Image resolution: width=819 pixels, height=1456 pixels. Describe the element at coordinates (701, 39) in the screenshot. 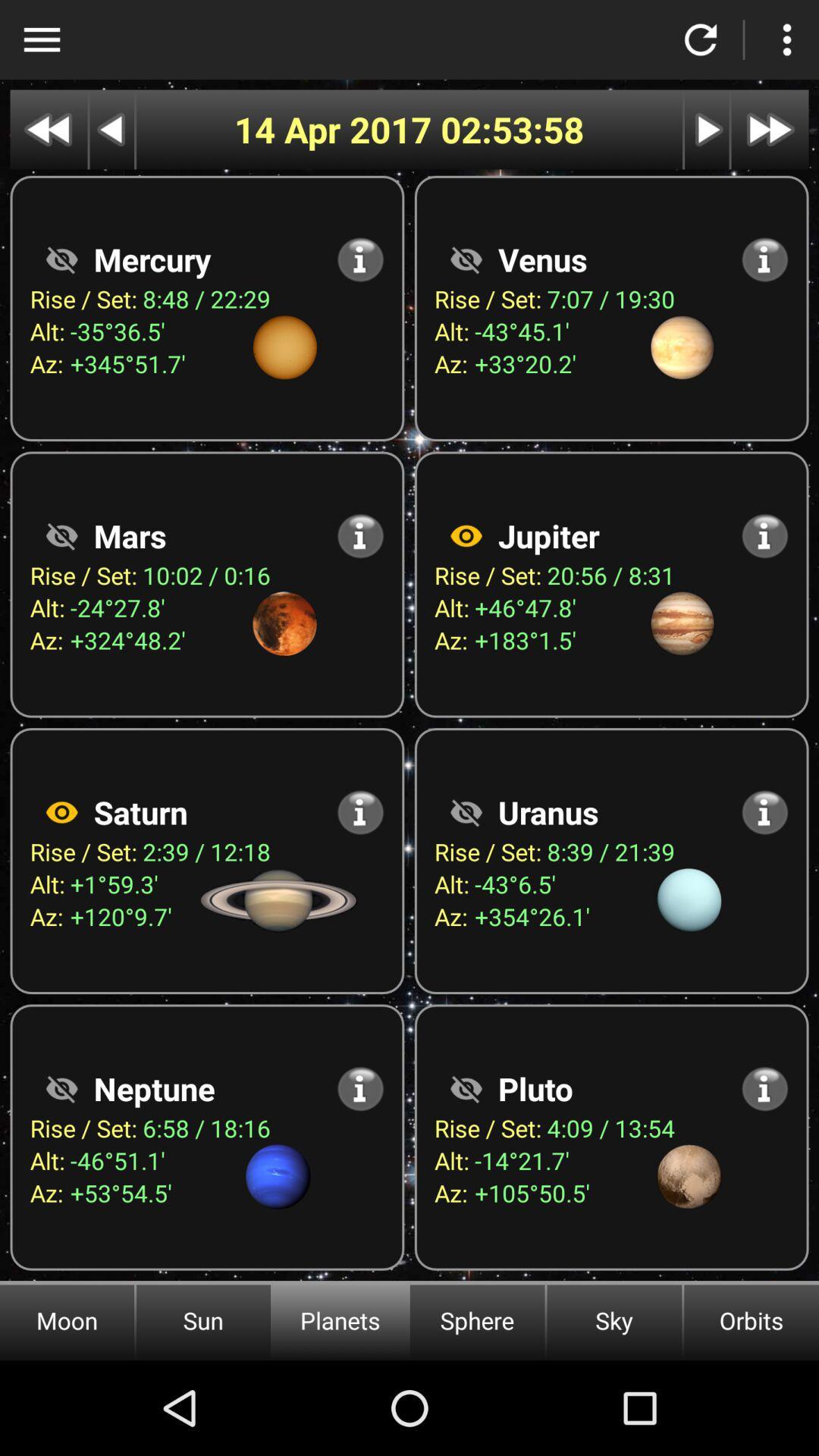

I see `refresh` at that location.